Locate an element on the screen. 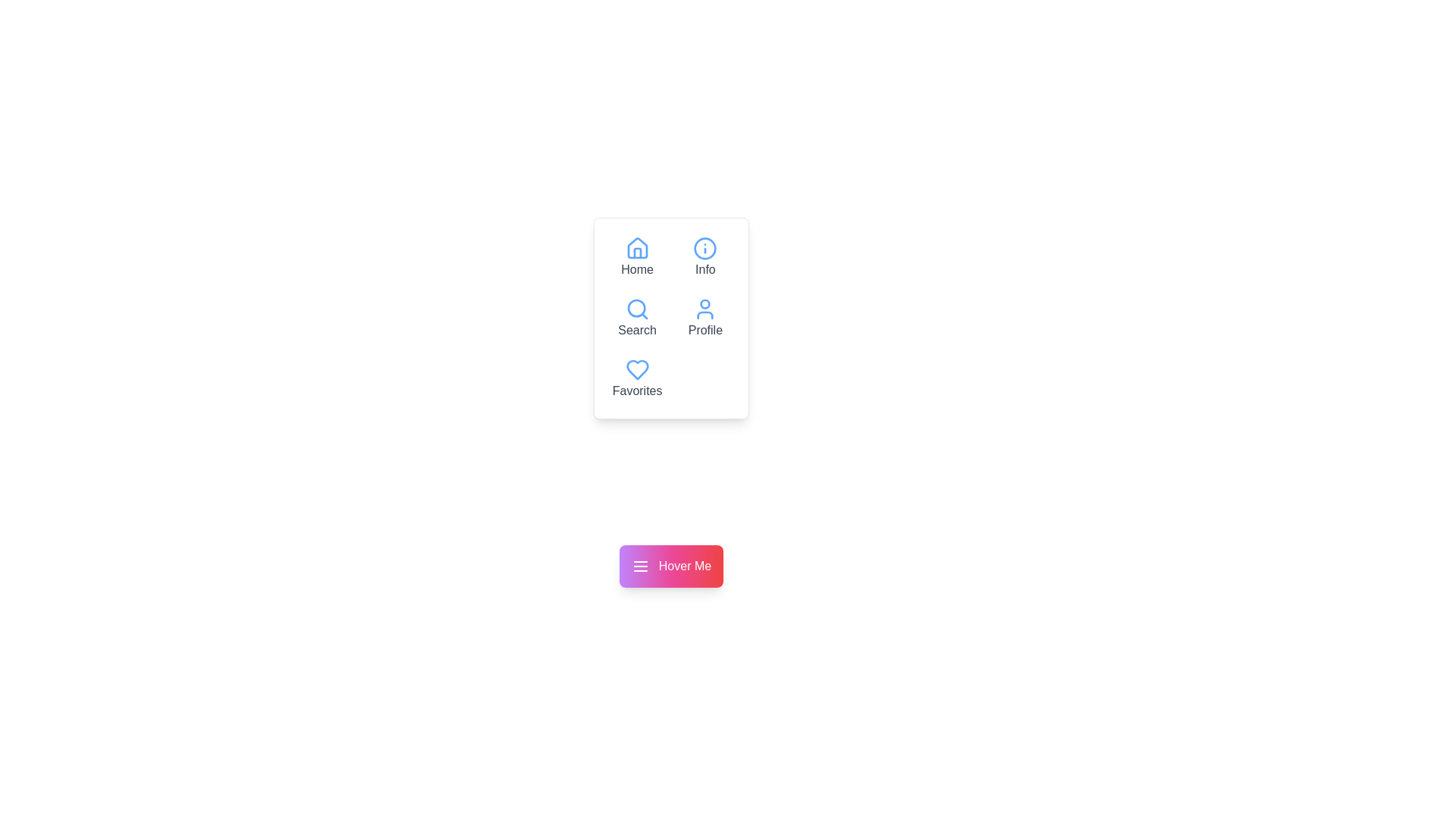 The width and height of the screenshot is (1456, 819). the non-interactive 'Favorites' icon located at the top of the 'Favorites' section in the bottom-left of the card layout, above the 'Favorites' label is located at coordinates (637, 370).